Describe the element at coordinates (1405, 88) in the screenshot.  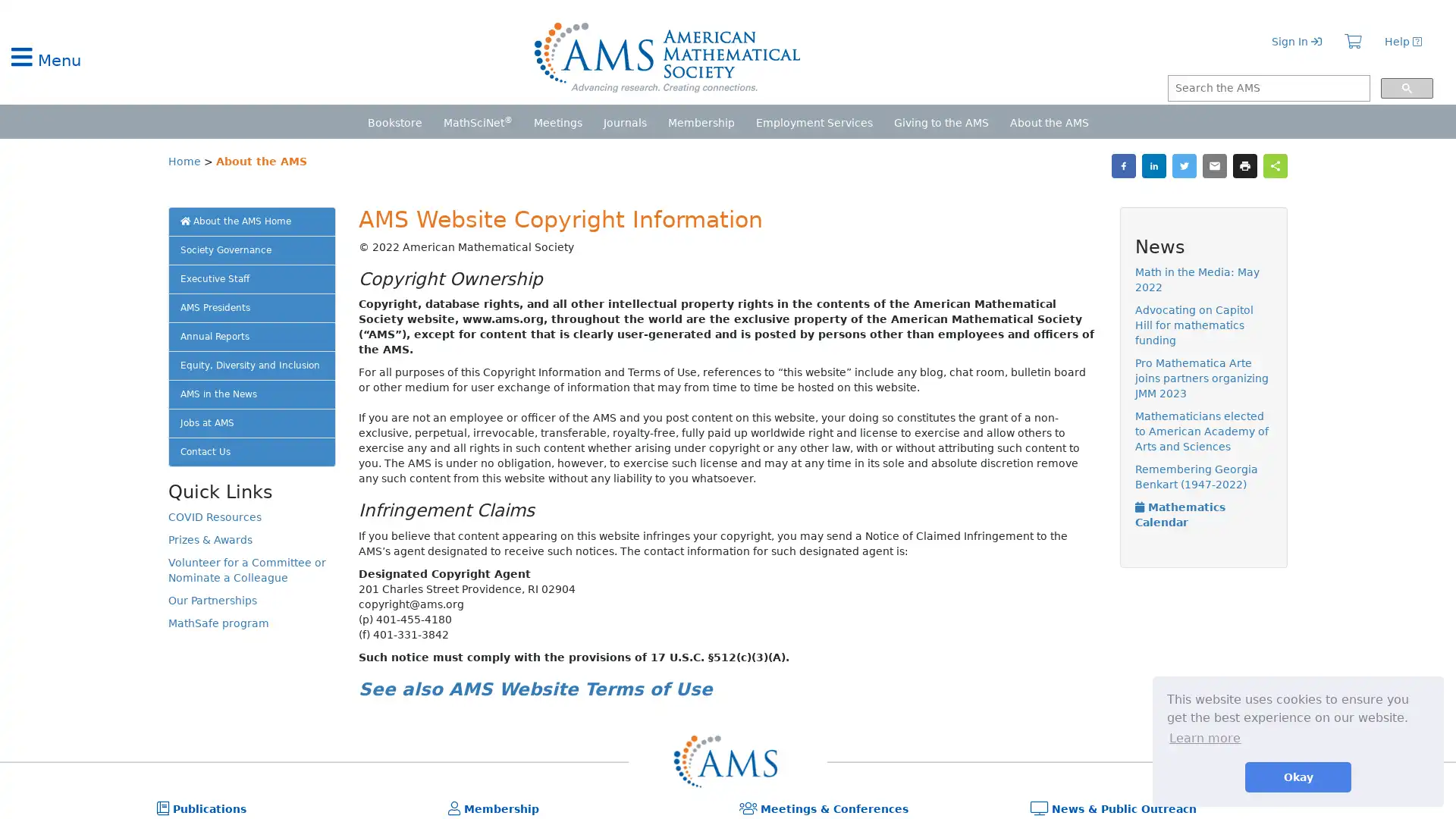
I see `search` at that location.